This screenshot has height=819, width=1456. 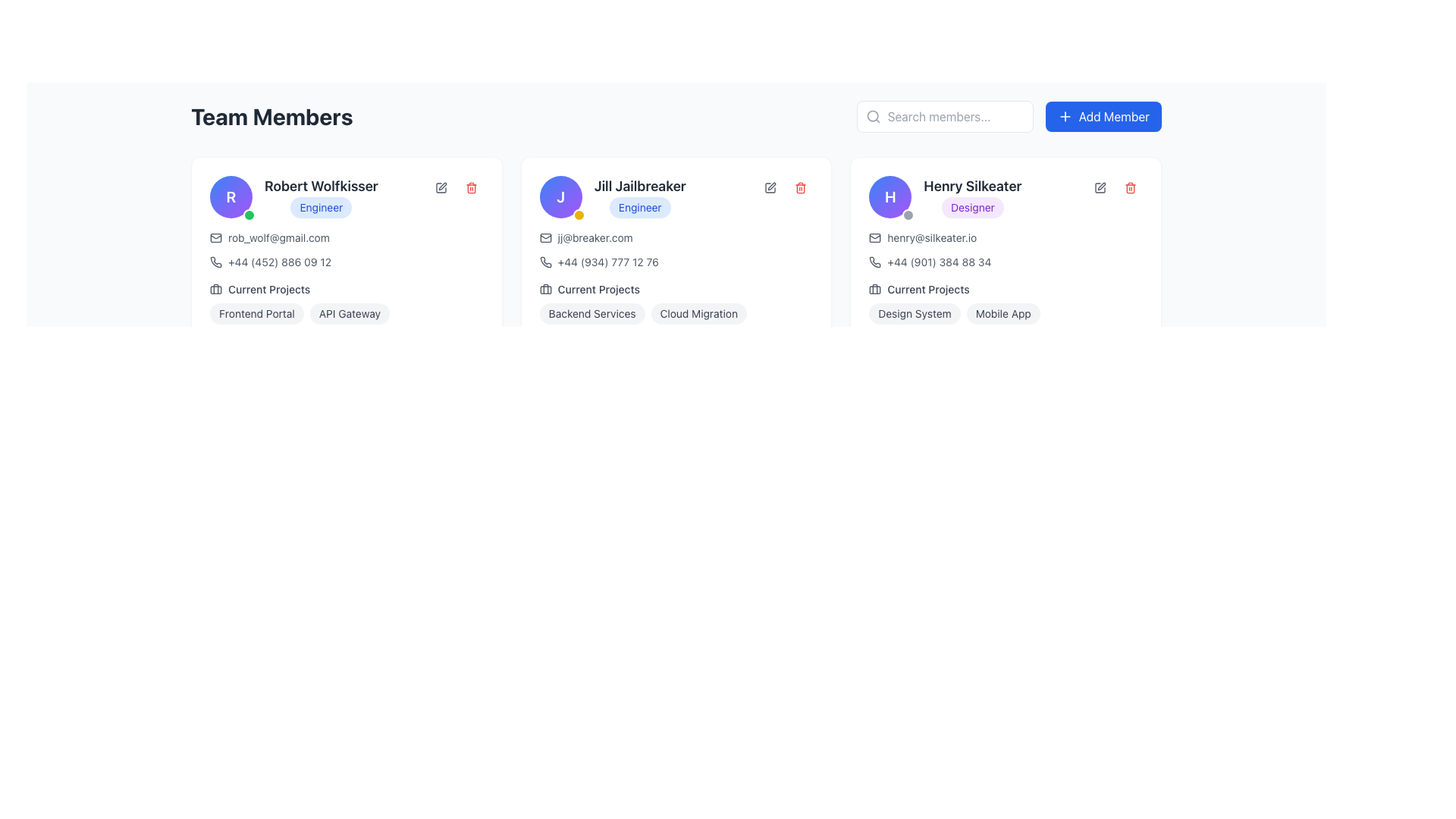 What do you see at coordinates (640, 196) in the screenshot?
I see `the Text display element featuring 'Jill Jailbreaker' and the designation 'Engineer'` at bounding box center [640, 196].